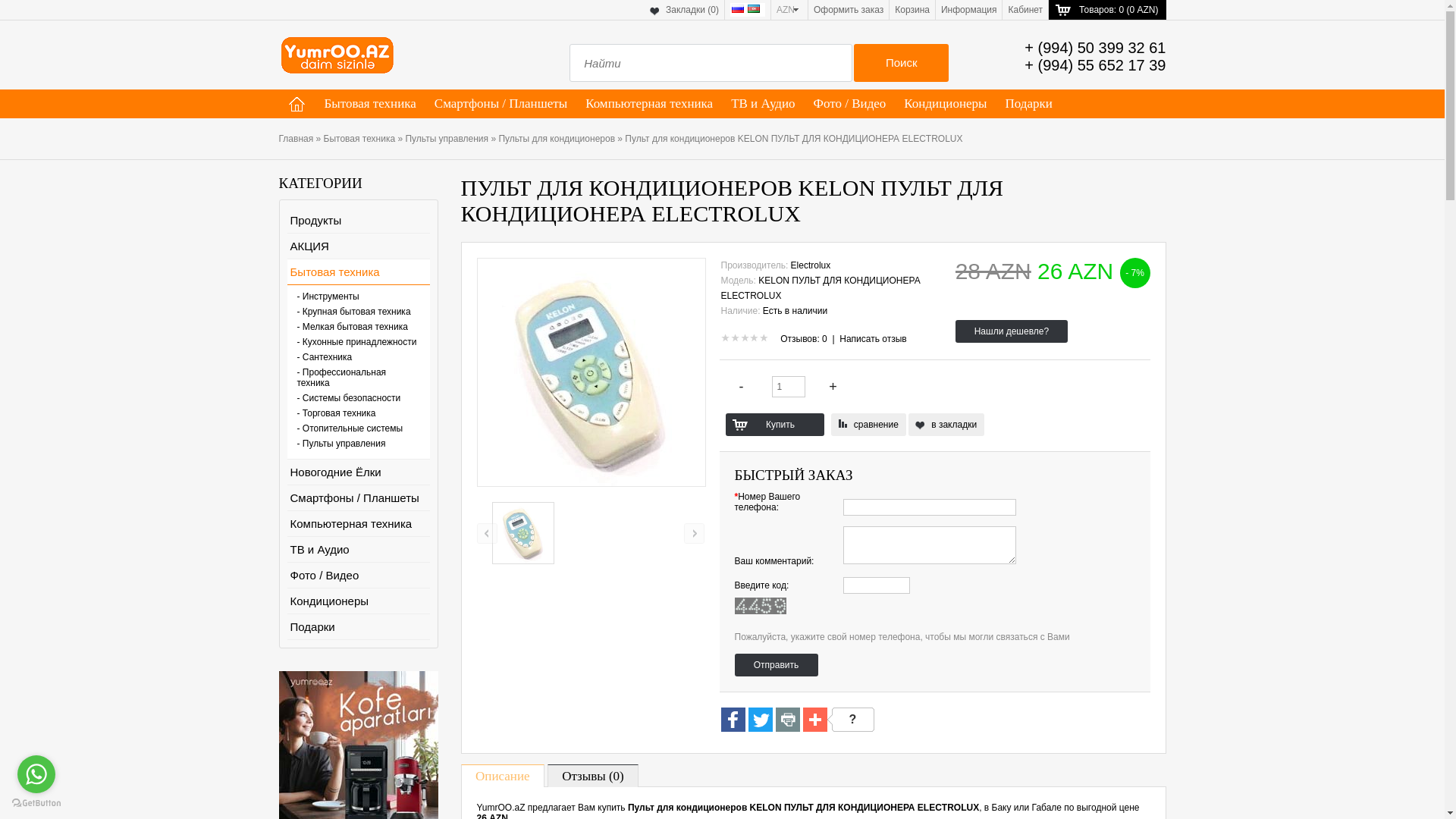 Image resolution: width=1456 pixels, height=819 pixels. I want to click on 'Russian', so click(738, 8).